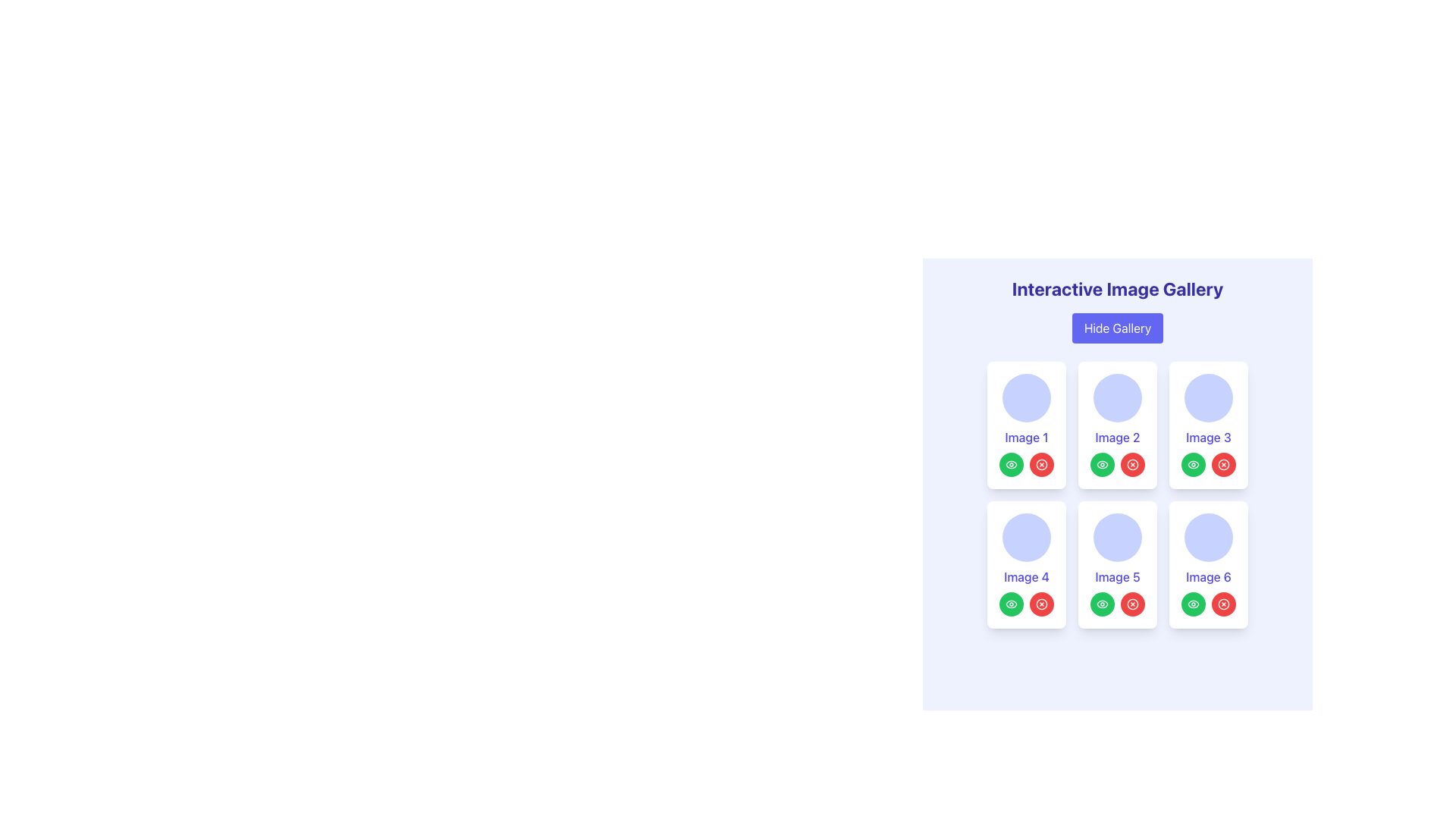 This screenshot has width=1456, height=819. I want to click on the green circular button with the eye-shaped icon beneath 'Image 5' in the gallery, so click(1103, 464).